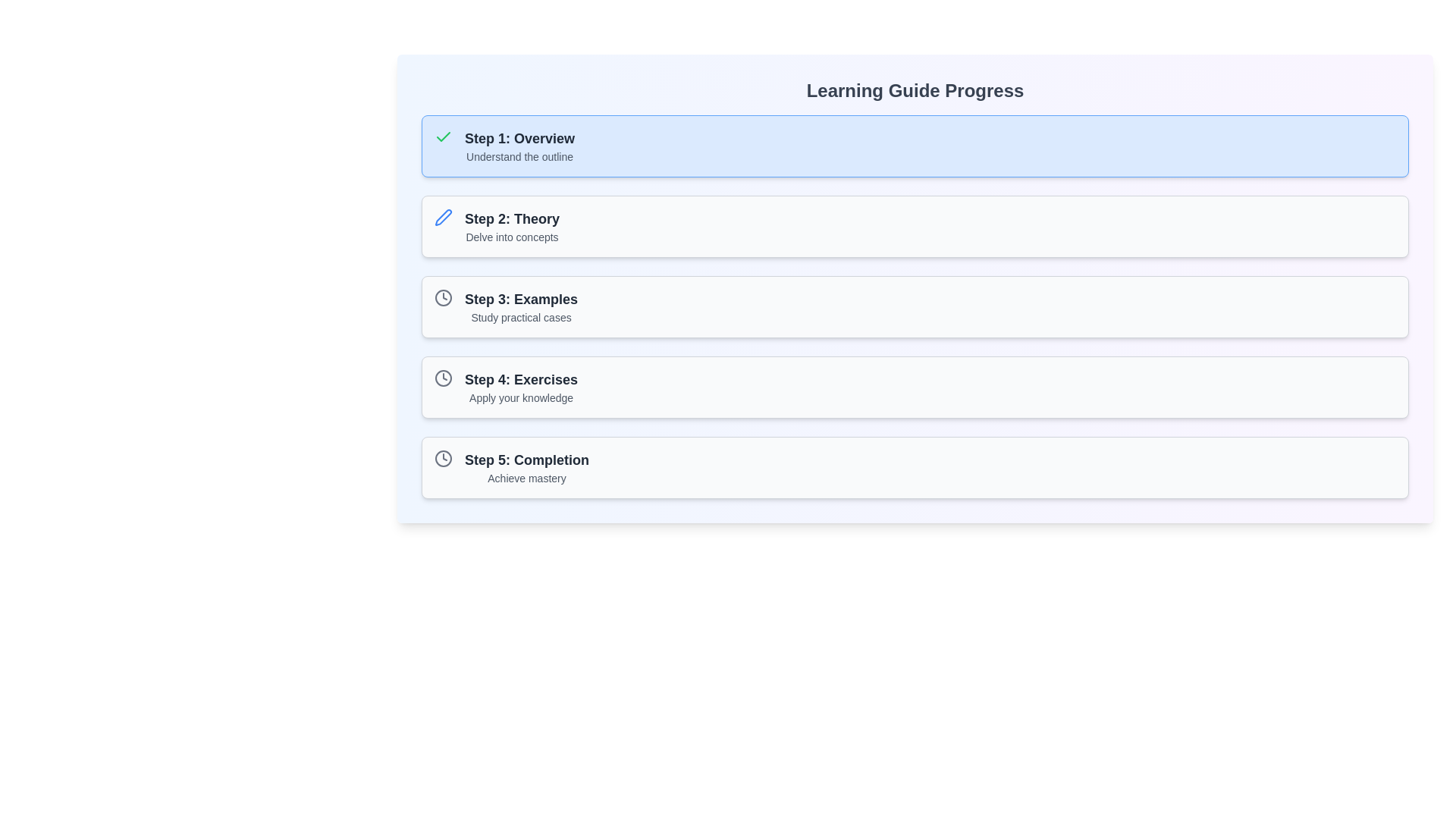 The width and height of the screenshot is (1456, 819). I want to click on the text component displaying the phrase 'Study practical cases', which is located directly below the header 'Step 3: Examples' within the third step card, so click(521, 317).